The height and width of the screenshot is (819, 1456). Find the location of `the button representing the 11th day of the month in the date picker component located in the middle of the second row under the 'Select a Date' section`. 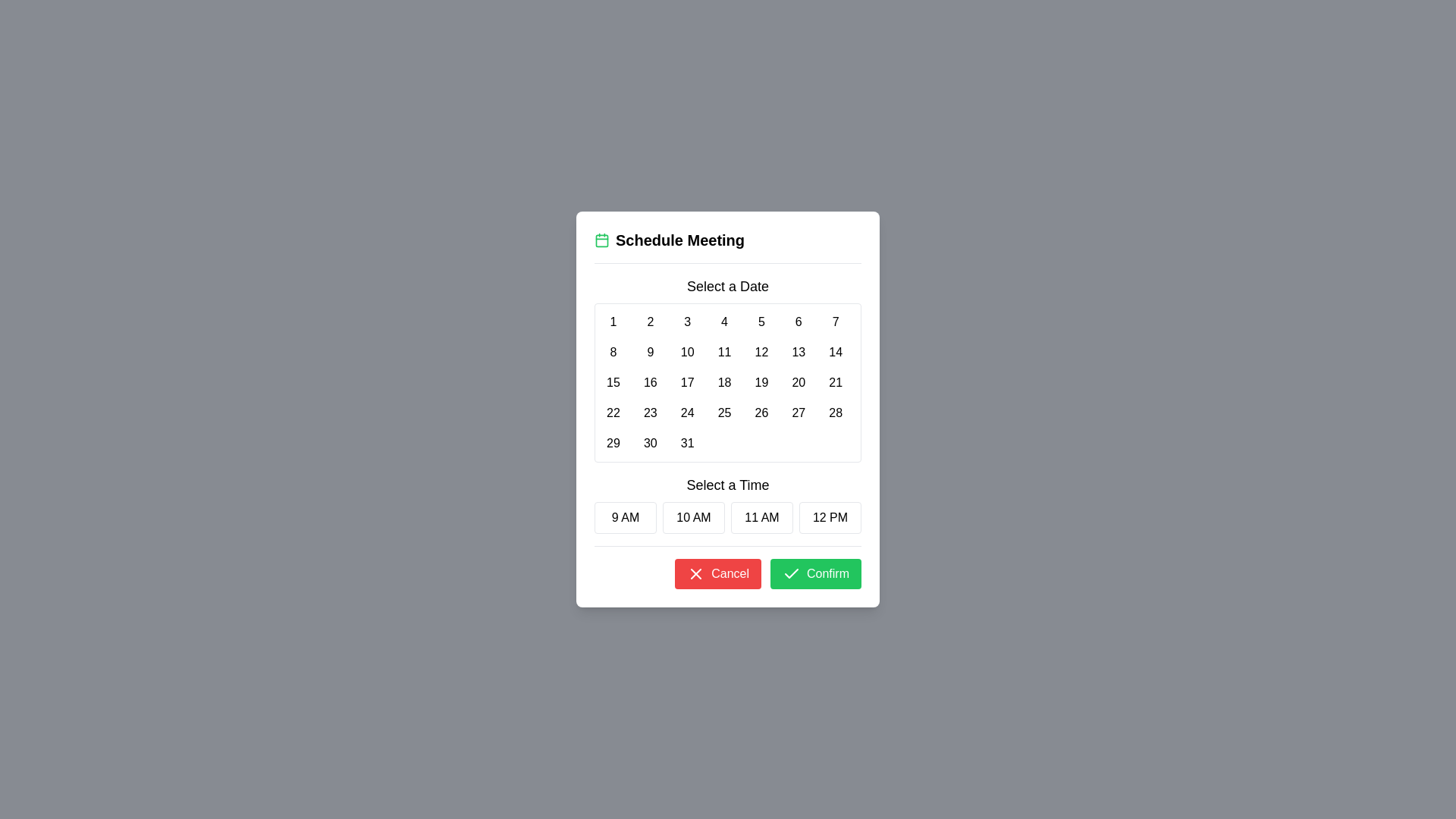

the button representing the 11th day of the month in the date picker component located in the middle of the second row under the 'Select a Date' section is located at coordinates (723, 353).